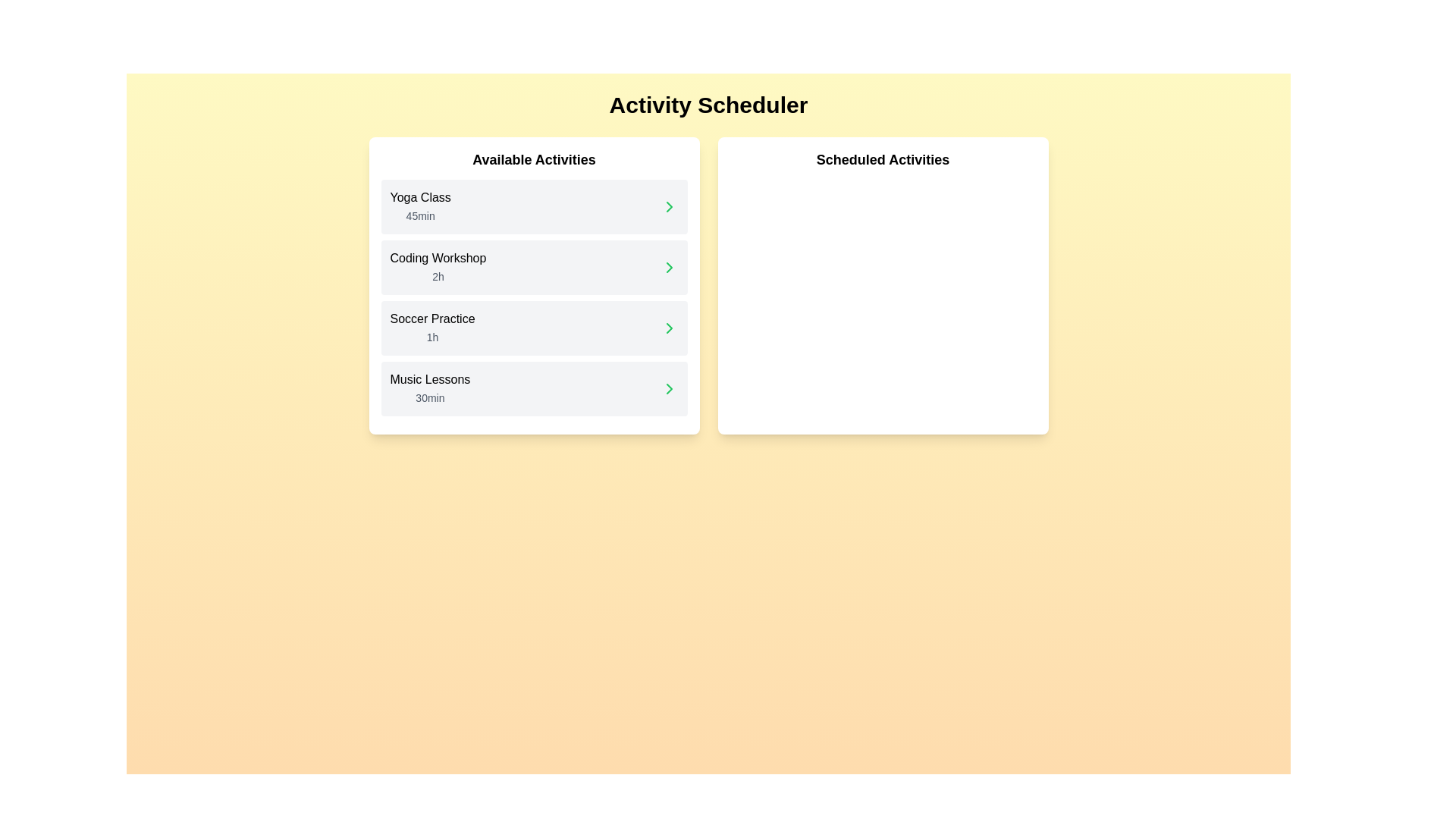 Image resolution: width=1456 pixels, height=819 pixels. Describe the element at coordinates (668, 327) in the screenshot. I see `the chevron icon next to the activity Soccer Practice to schedule it` at that location.